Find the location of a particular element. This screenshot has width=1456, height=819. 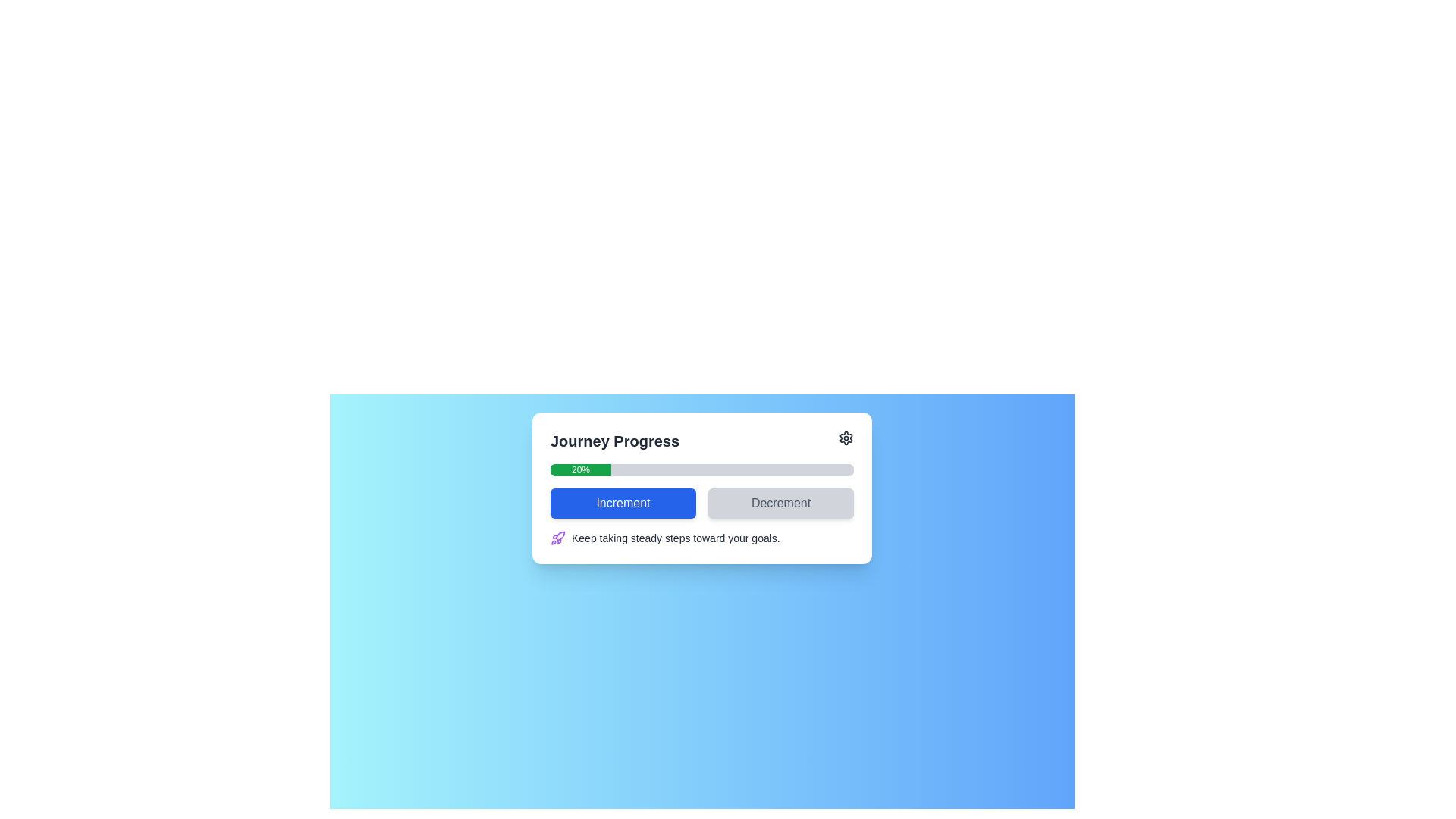

the progress bar indicating 20% completion that is located in the central rectangular card below the 'Journey Progress' header and above the 'Increment' and 'Decrement' buttons is located at coordinates (701, 469).